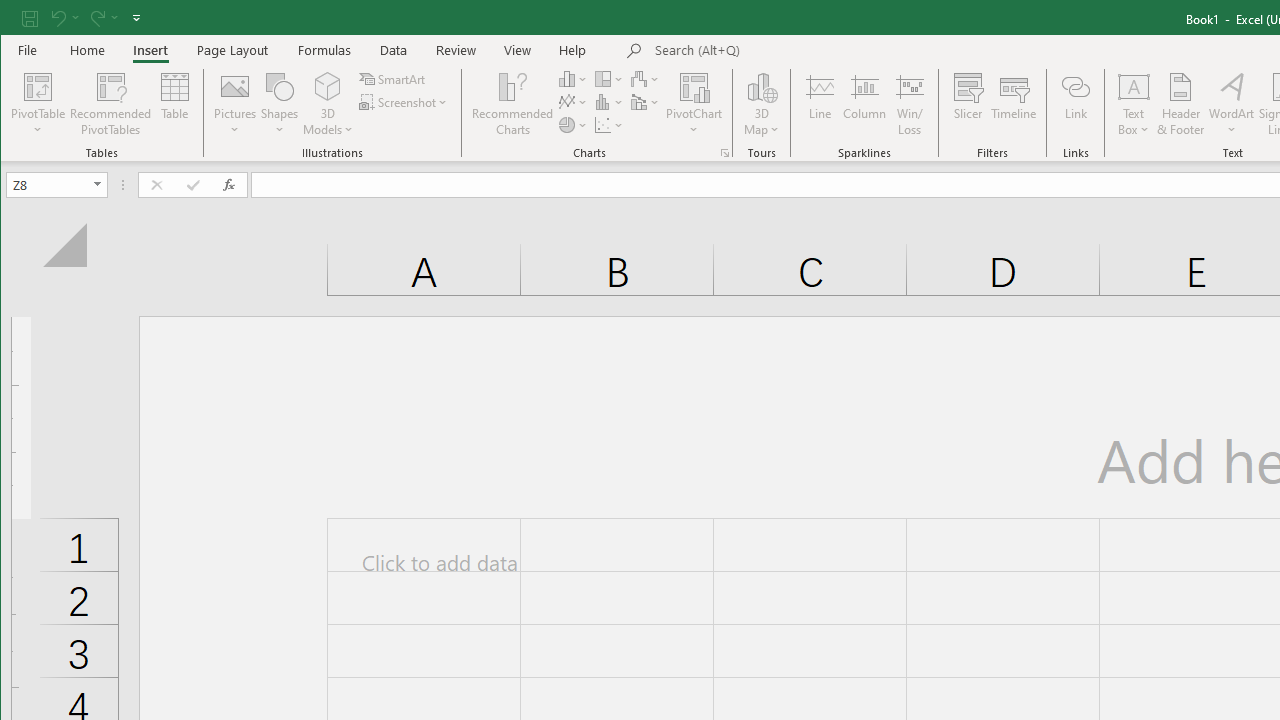 This screenshot has height=720, width=1280. I want to click on 'Insert Line or Area Chart', so click(572, 102).